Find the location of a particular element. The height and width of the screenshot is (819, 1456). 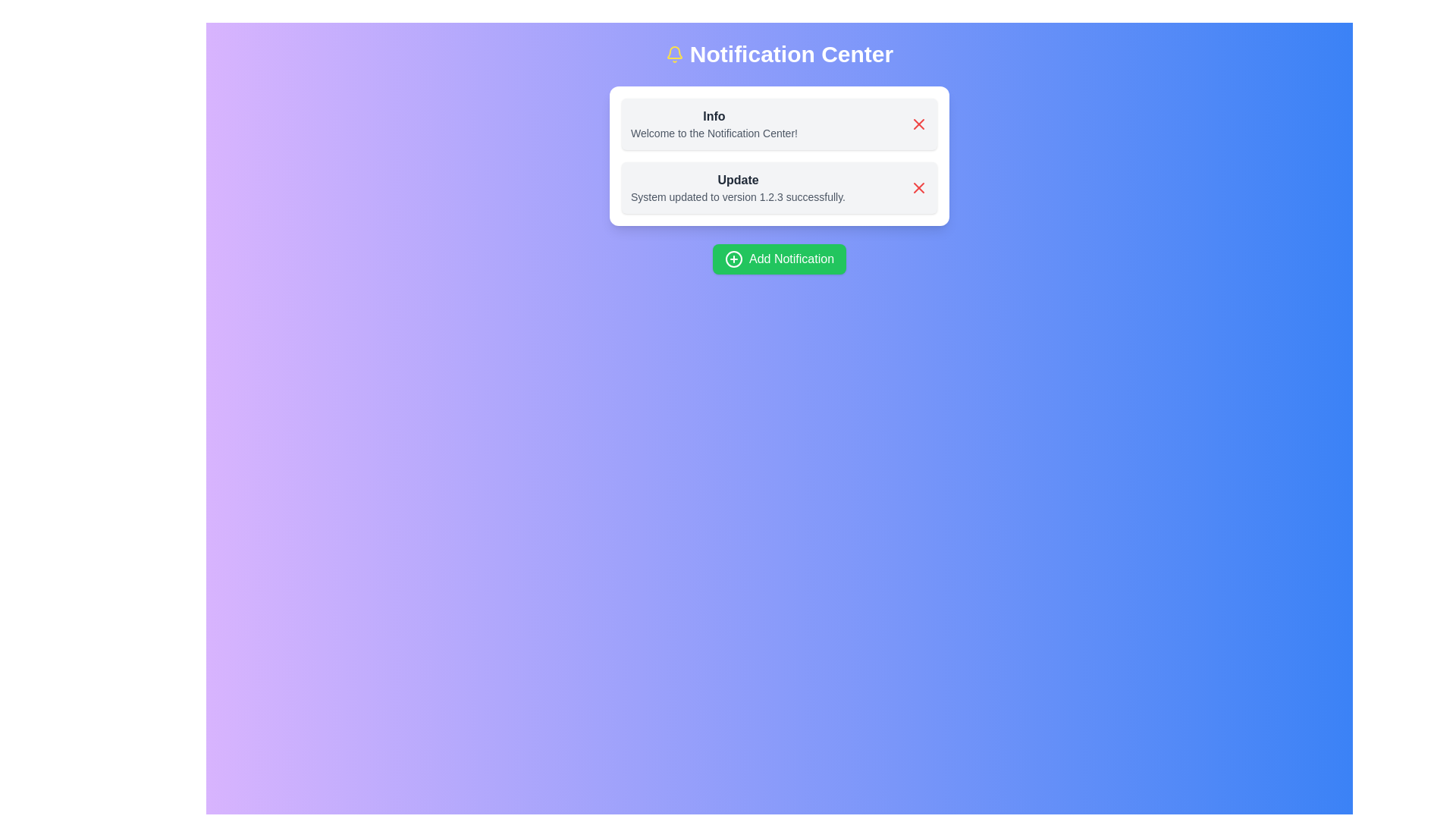

the second notification in the Notification Center for accessibility purposes is located at coordinates (779, 187).